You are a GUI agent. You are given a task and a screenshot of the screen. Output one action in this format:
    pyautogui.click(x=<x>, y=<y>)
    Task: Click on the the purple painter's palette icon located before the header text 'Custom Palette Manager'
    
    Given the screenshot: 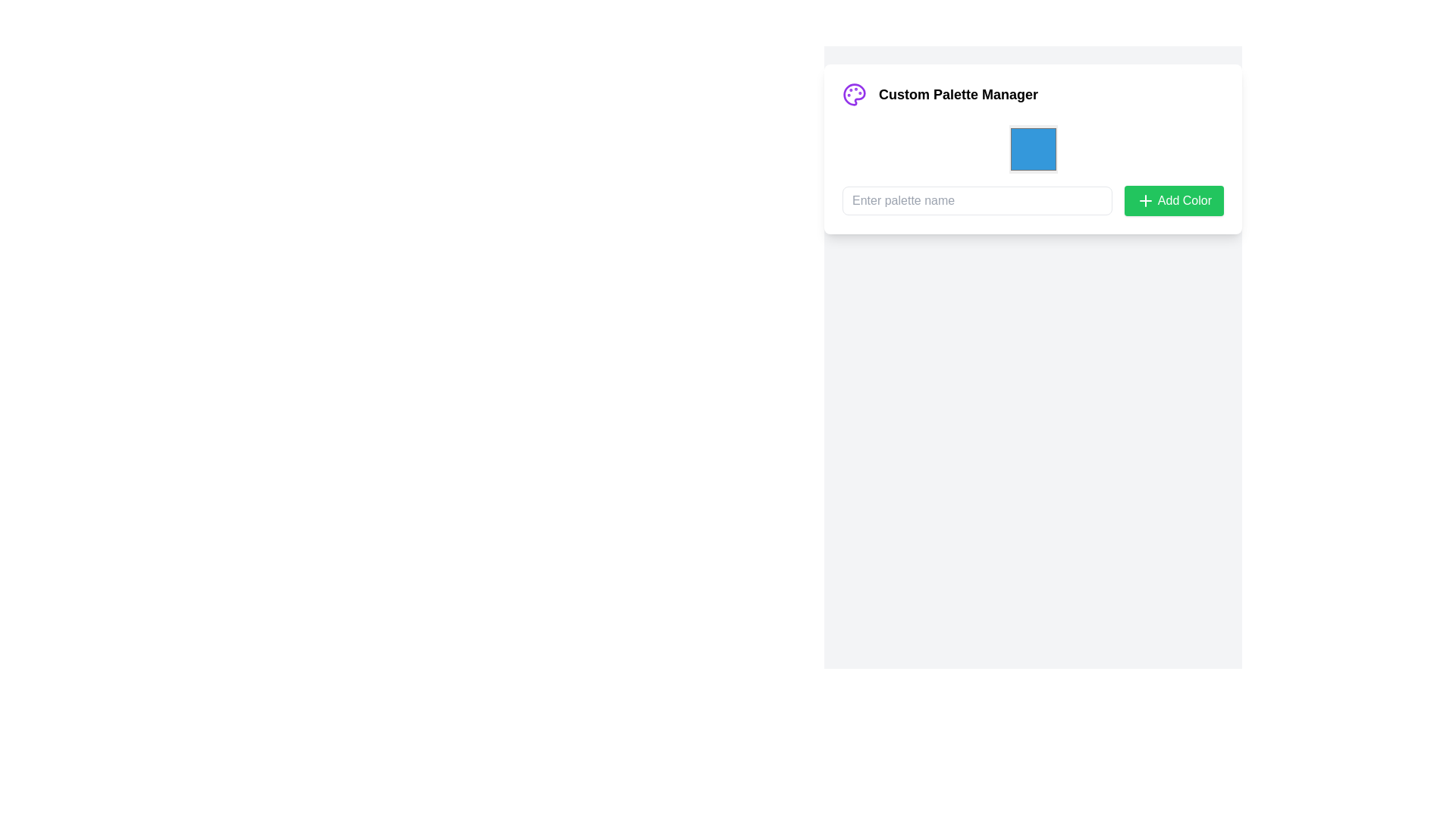 What is the action you would take?
    pyautogui.click(x=855, y=94)
    